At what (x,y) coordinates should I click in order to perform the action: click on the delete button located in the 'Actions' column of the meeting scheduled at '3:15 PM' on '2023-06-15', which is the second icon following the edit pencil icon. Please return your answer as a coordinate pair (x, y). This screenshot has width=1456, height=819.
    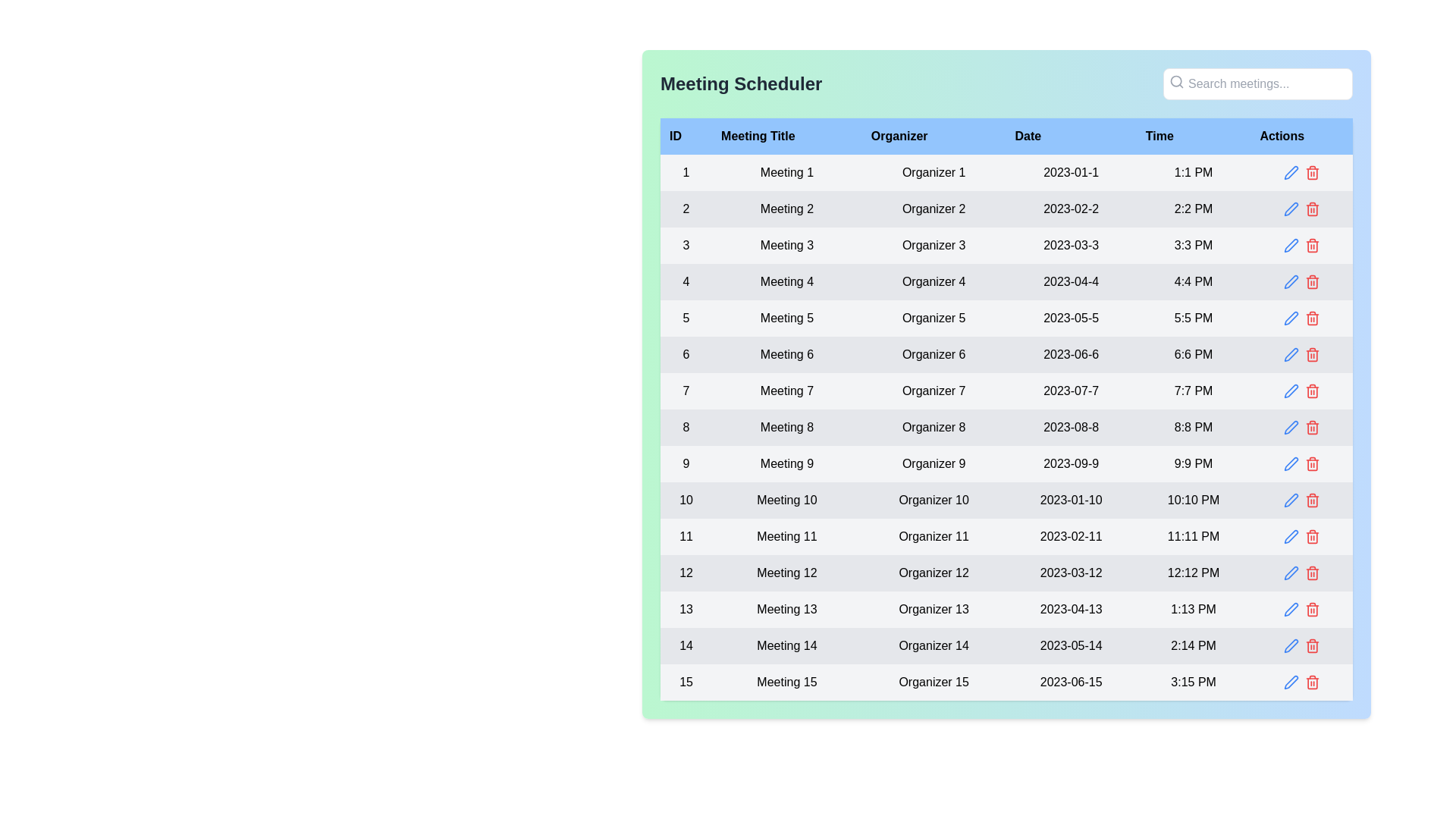
    Looking at the image, I should click on (1311, 681).